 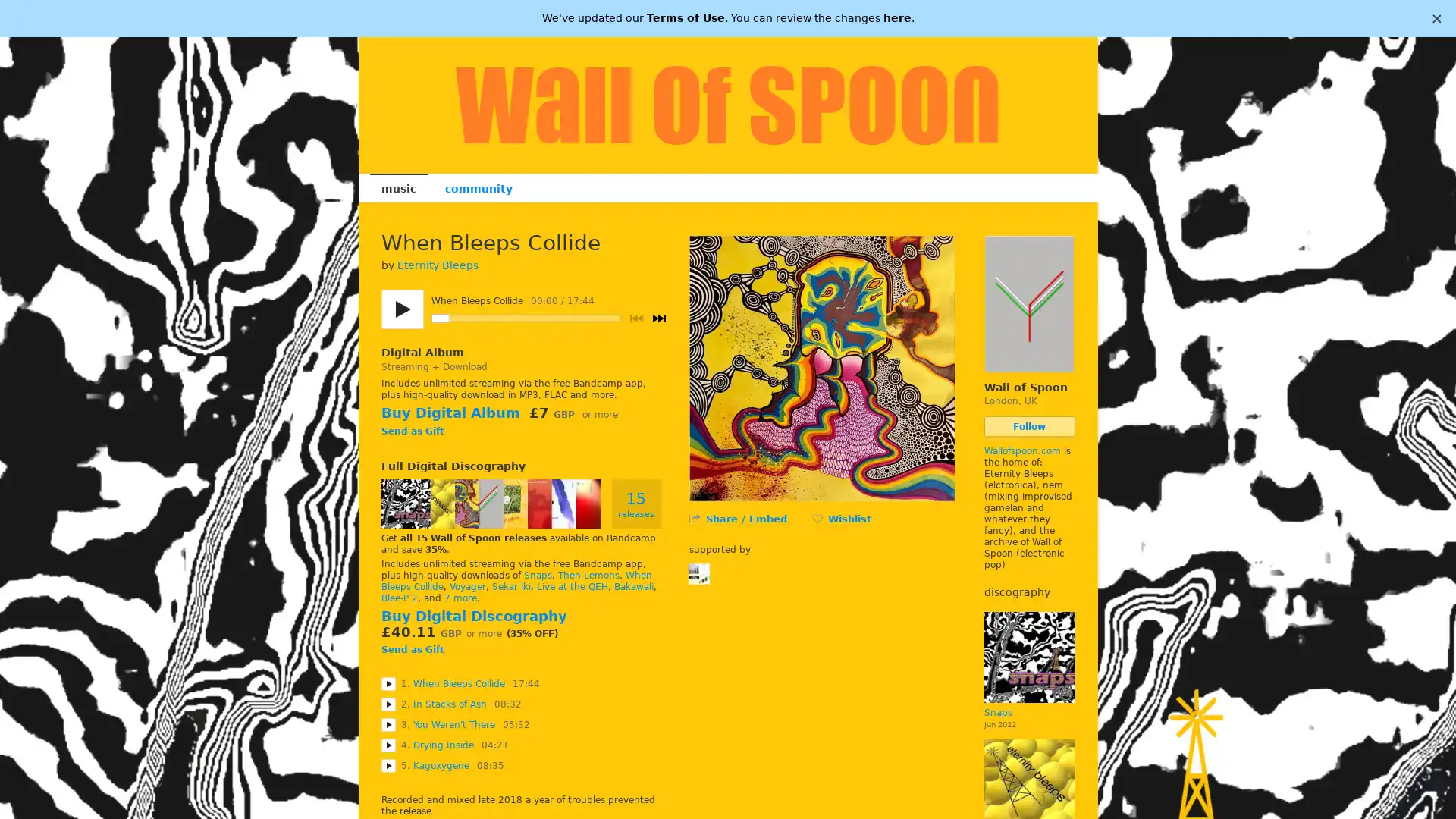 What do you see at coordinates (388, 683) in the screenshot?
I see `Play When Bleeps Collide` at bounding box center [388, 683].